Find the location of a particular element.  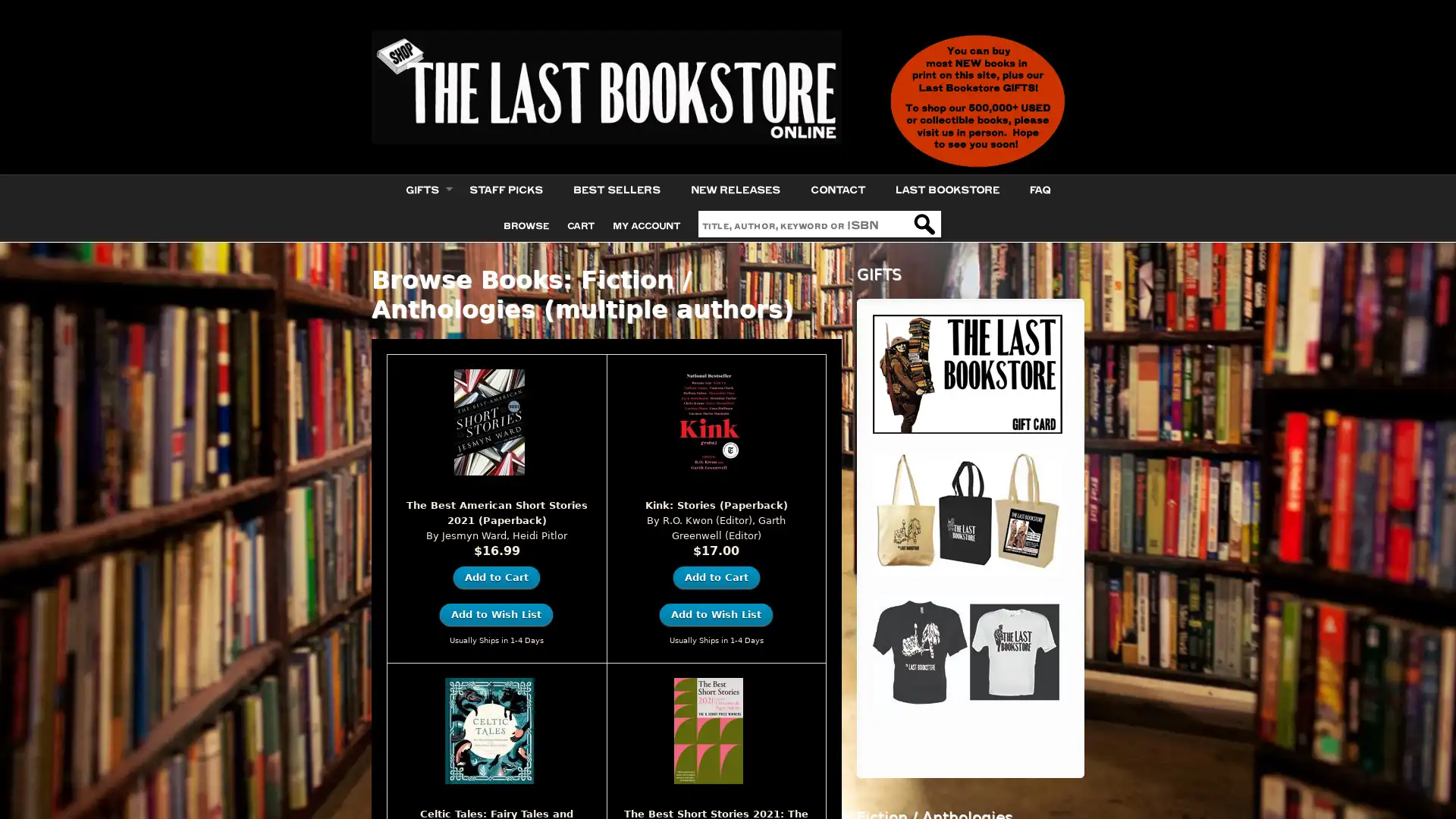

Add to Cart is located at coordinates (496, 576).